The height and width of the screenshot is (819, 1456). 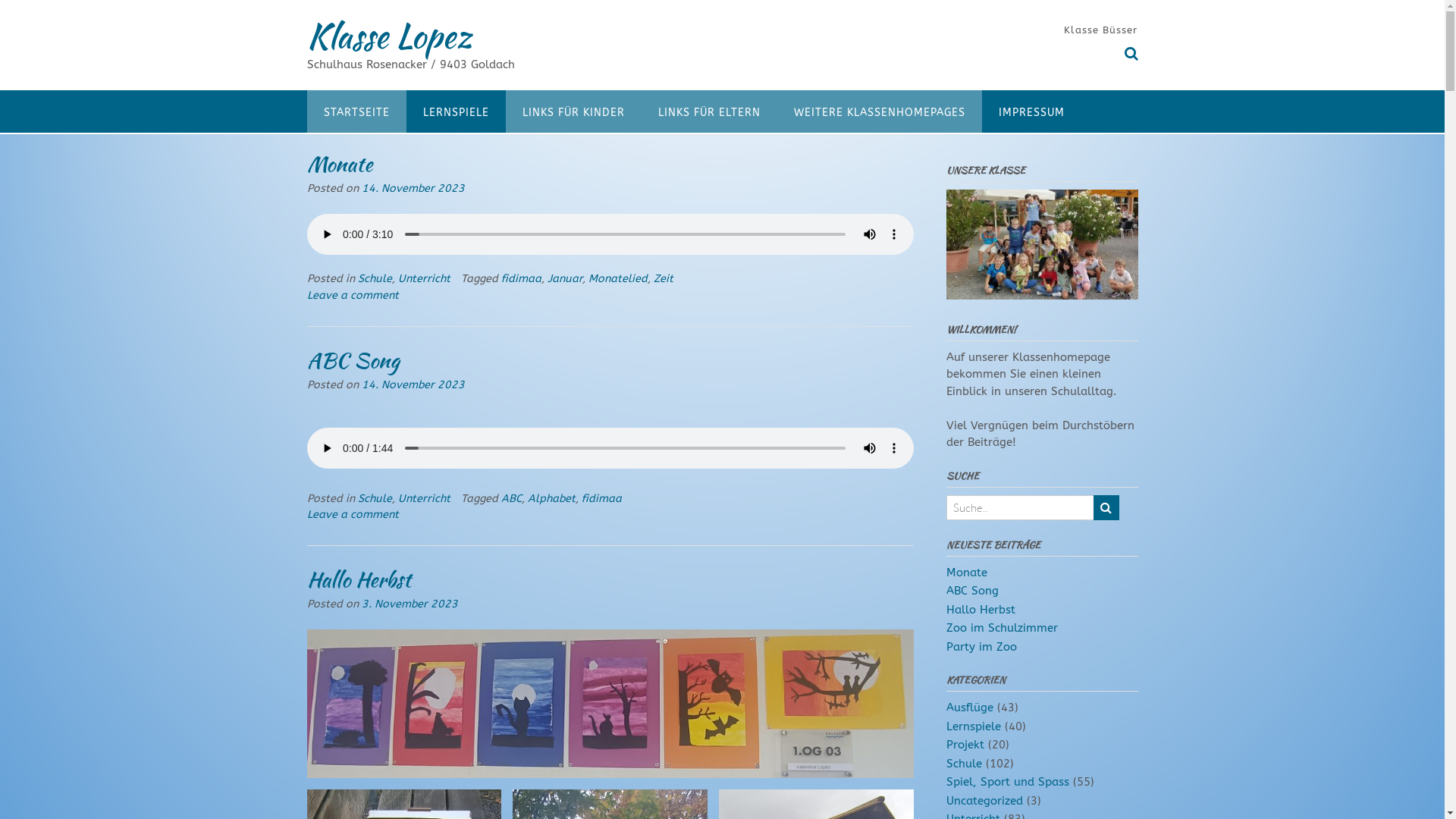 What do you see at coordinates (963, 763) in the screenshot?
I see `'Schule'` at bounding box center [963, 763].